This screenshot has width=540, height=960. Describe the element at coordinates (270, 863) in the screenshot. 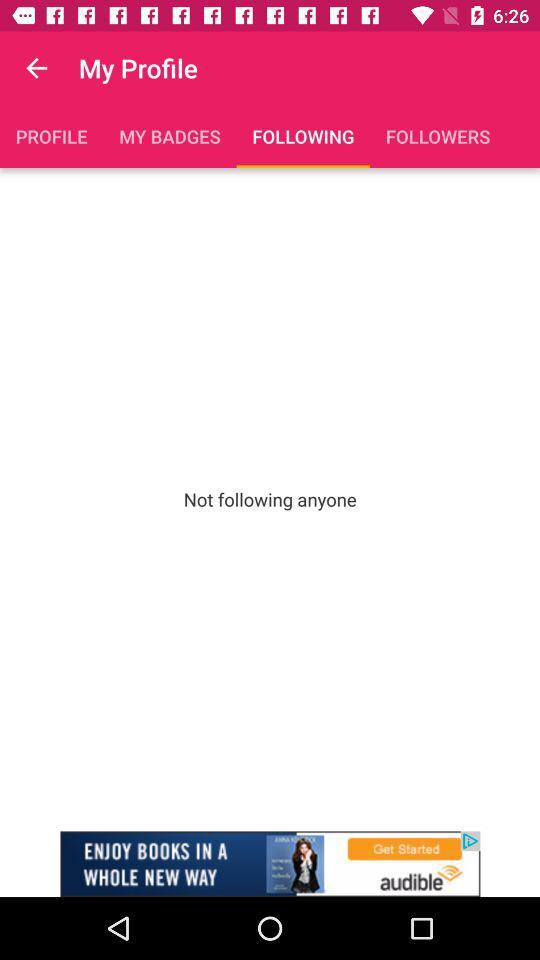

I see `advertisement` at that location.